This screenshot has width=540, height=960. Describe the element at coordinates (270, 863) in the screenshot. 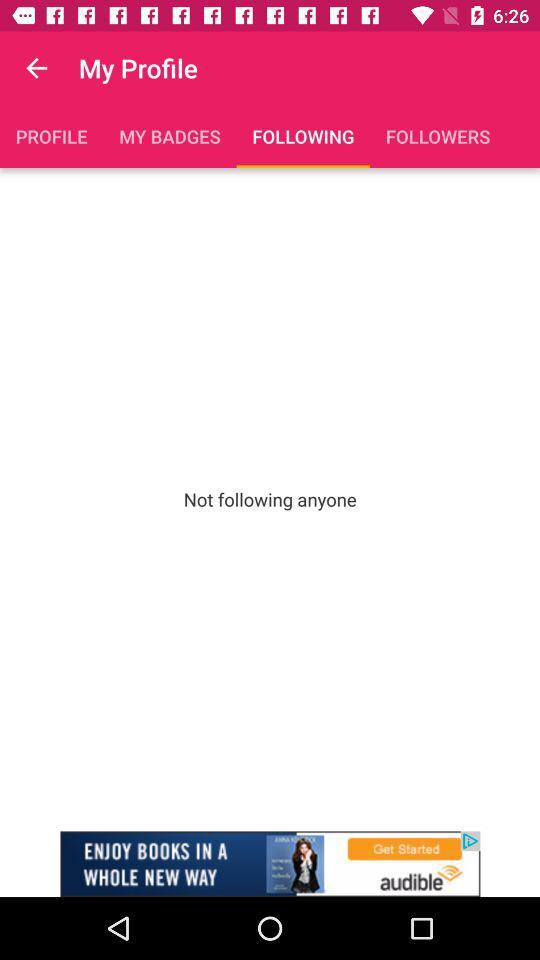

I see `advertisement` at that location.